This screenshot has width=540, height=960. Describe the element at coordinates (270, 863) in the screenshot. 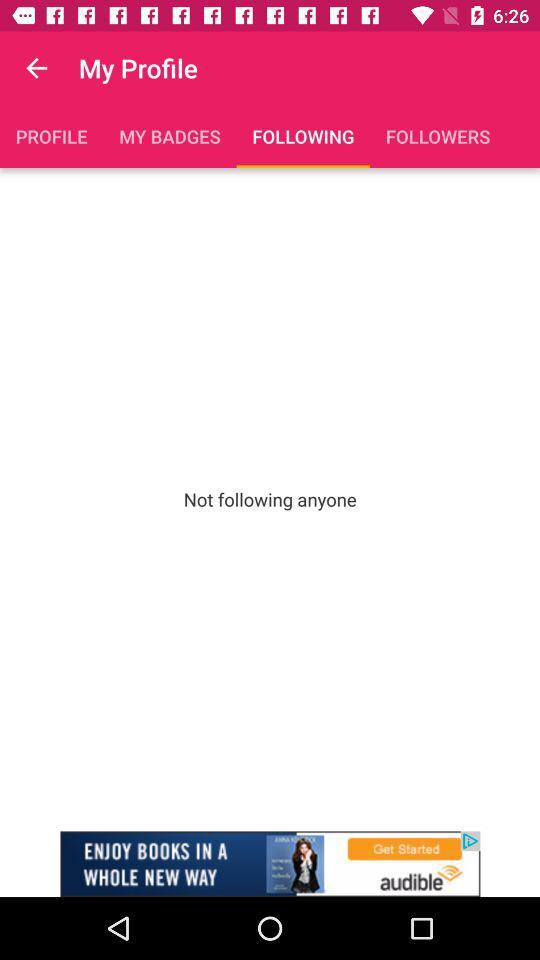

I see `advertisement` at that location.